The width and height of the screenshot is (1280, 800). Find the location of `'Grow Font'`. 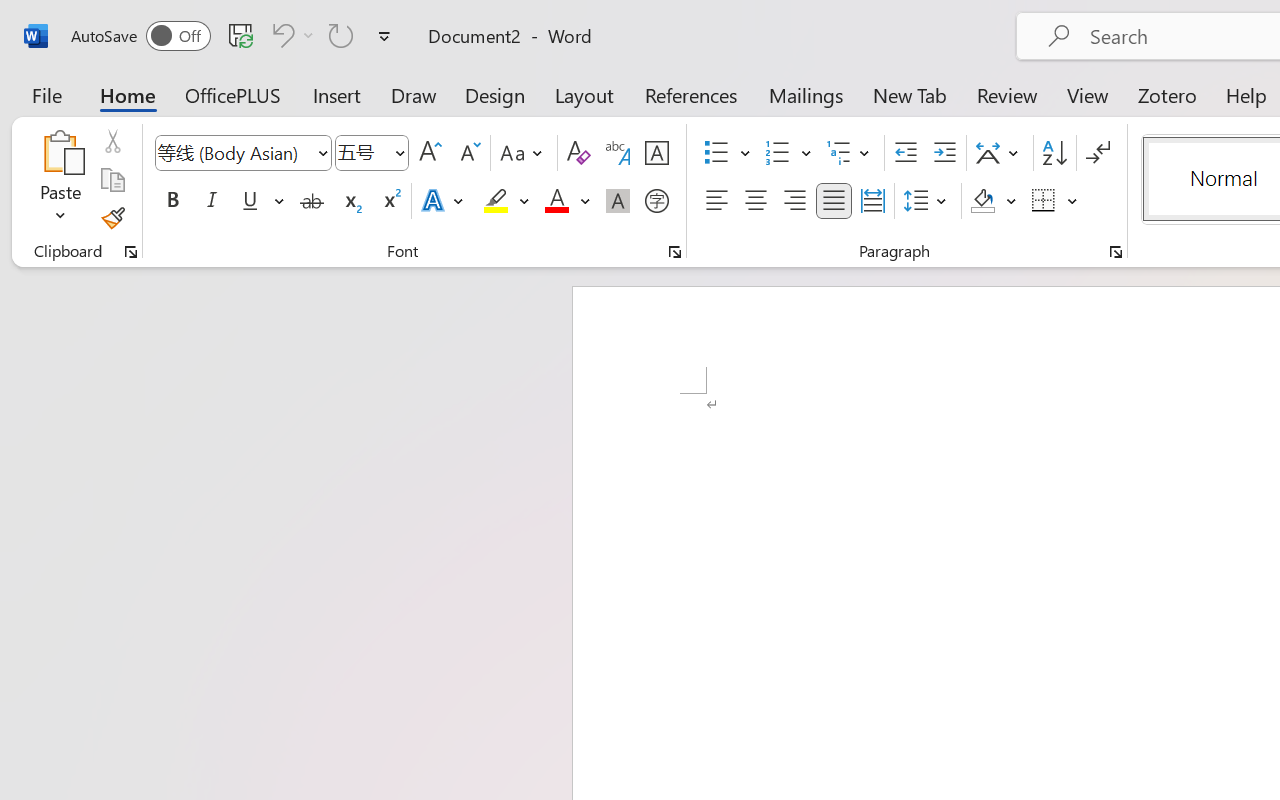

'Grow Font' is located at coordinates (429, 153).